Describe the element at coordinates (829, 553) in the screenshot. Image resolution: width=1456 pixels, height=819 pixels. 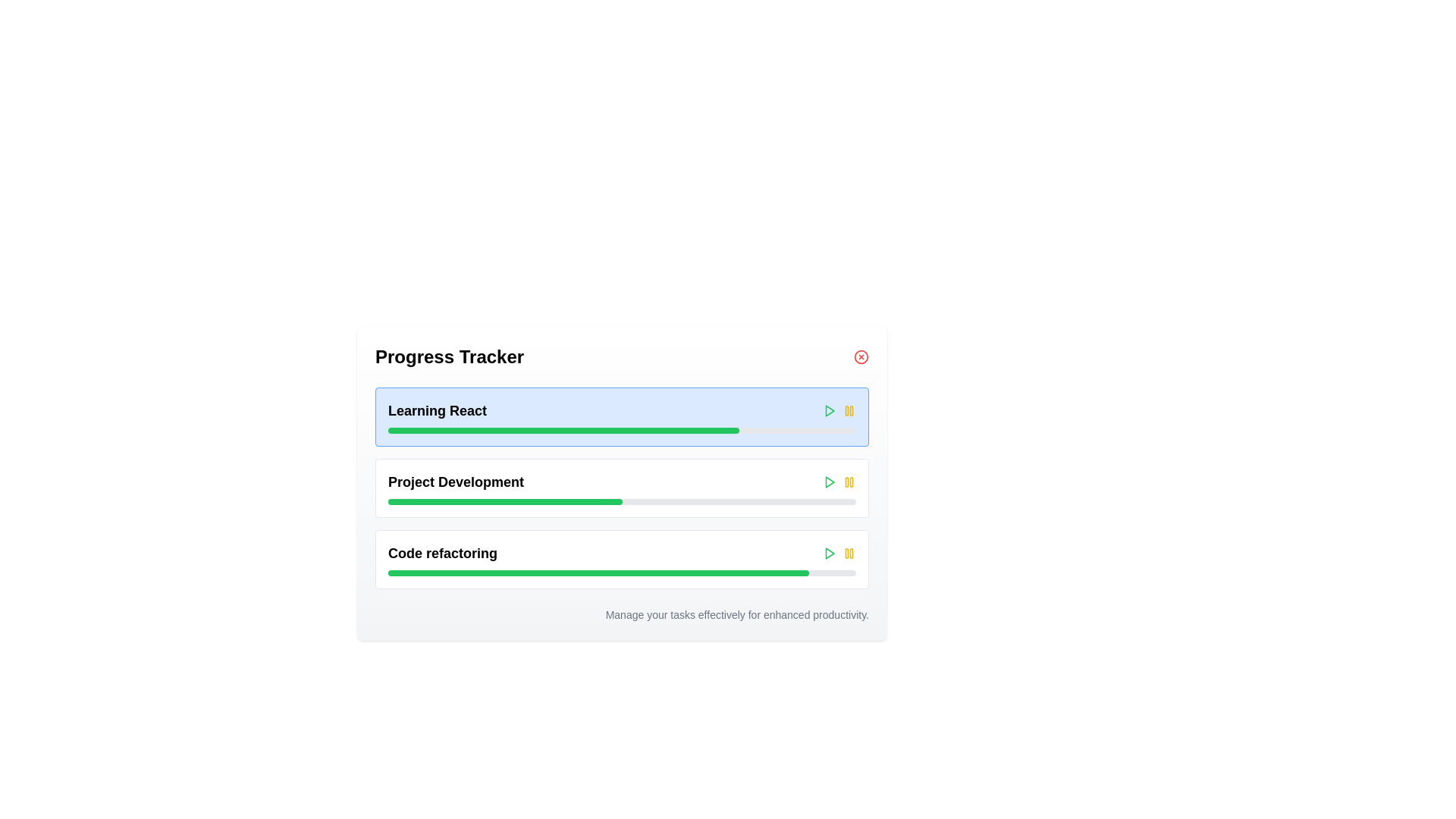
I see `the play button` at that location.